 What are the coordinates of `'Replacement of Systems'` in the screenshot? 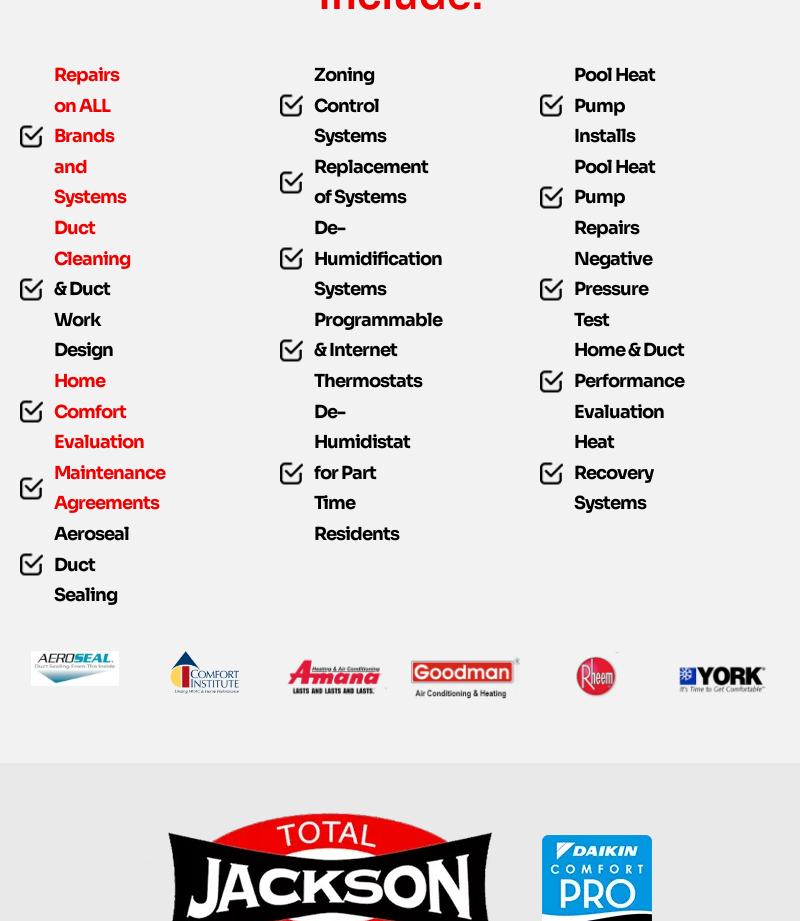 It's located at (369, 221).